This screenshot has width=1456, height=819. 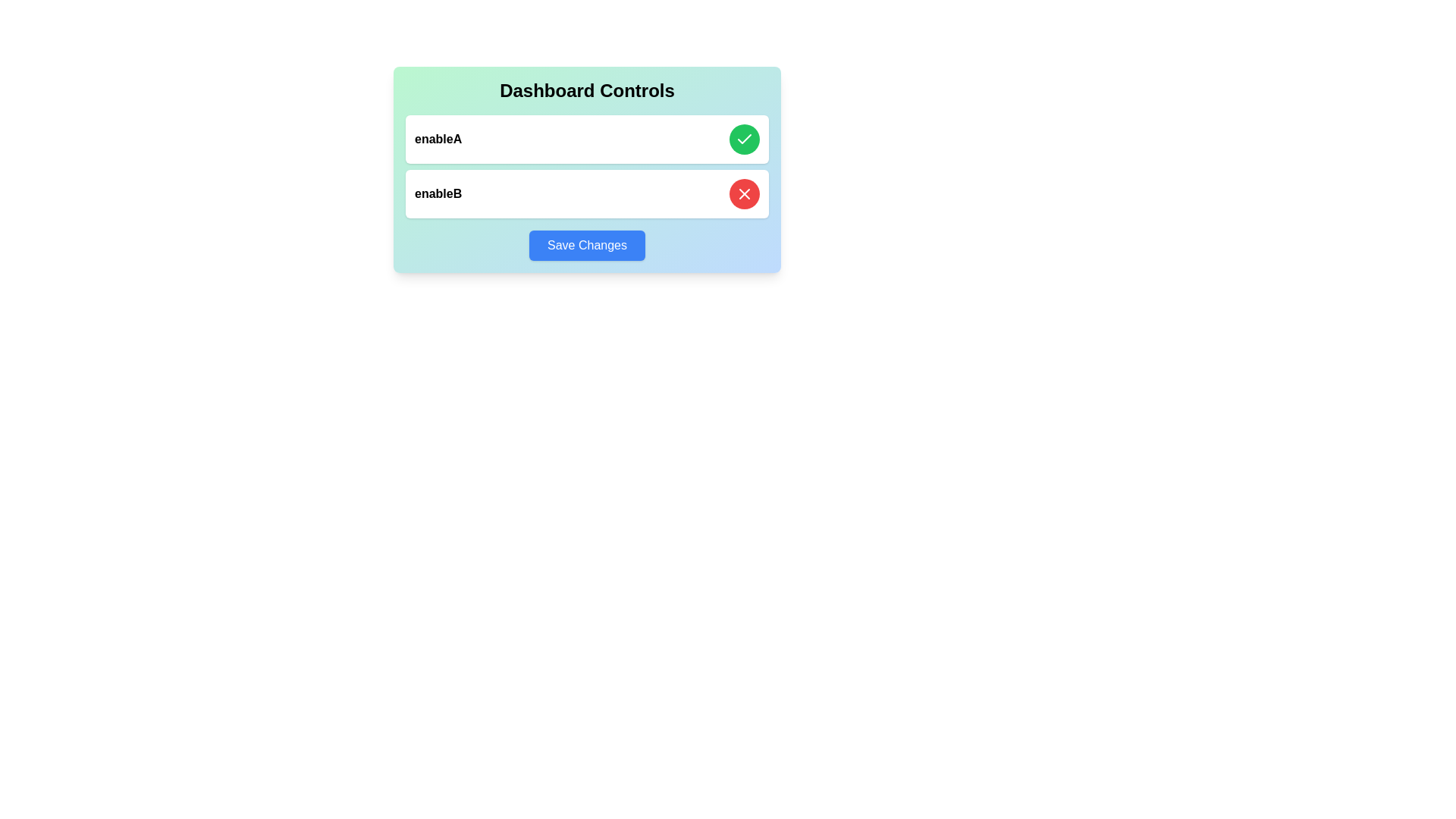 I want to click on the 'Save Changes' button to save the current configuration, so click(x=586, y=245).